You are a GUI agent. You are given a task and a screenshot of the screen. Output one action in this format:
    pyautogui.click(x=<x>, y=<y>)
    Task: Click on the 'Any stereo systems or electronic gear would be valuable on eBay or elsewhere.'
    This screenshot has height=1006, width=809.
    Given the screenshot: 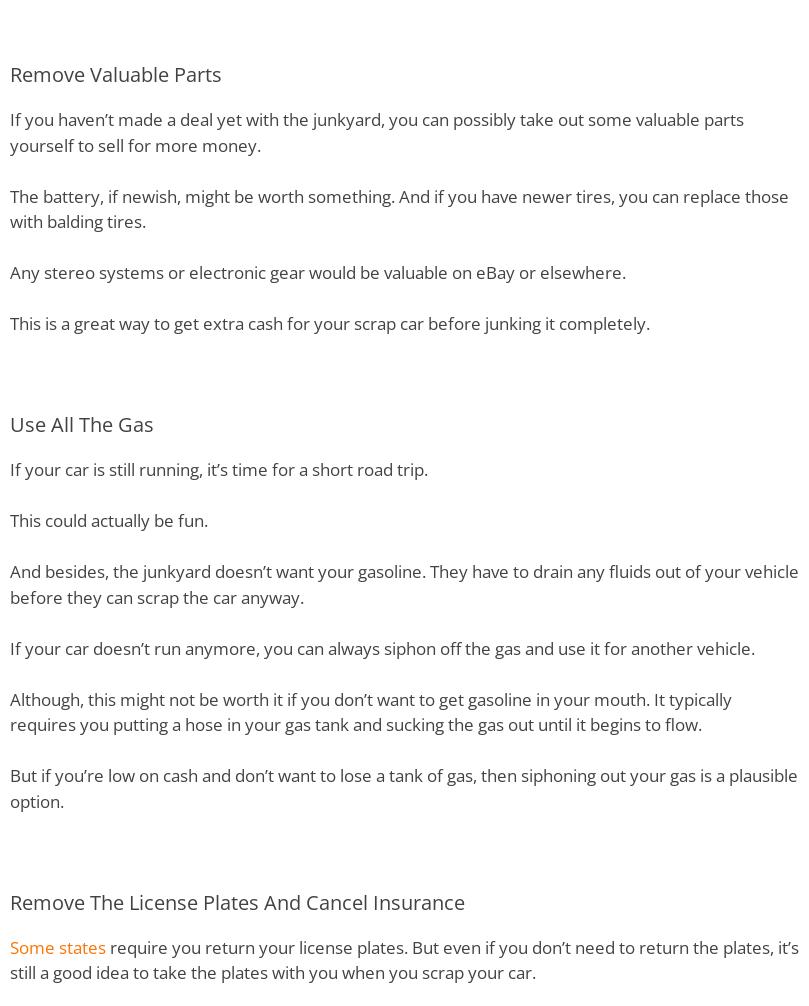 What is the action you would take?
    pyautogui.click(x=318, y=271)
    